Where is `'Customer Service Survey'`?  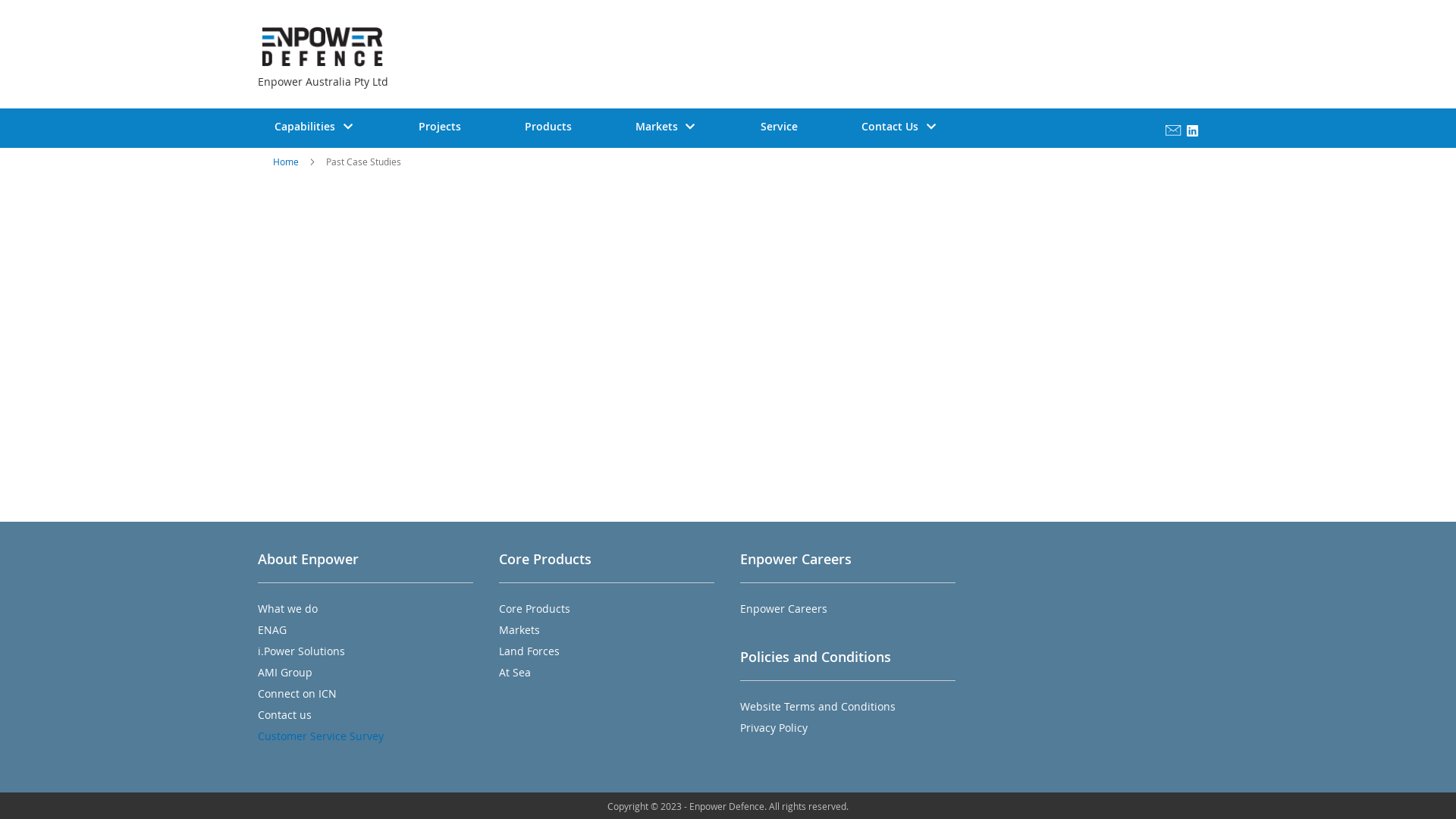 'Customer Service Survey' is located at coordinates (319, 735).